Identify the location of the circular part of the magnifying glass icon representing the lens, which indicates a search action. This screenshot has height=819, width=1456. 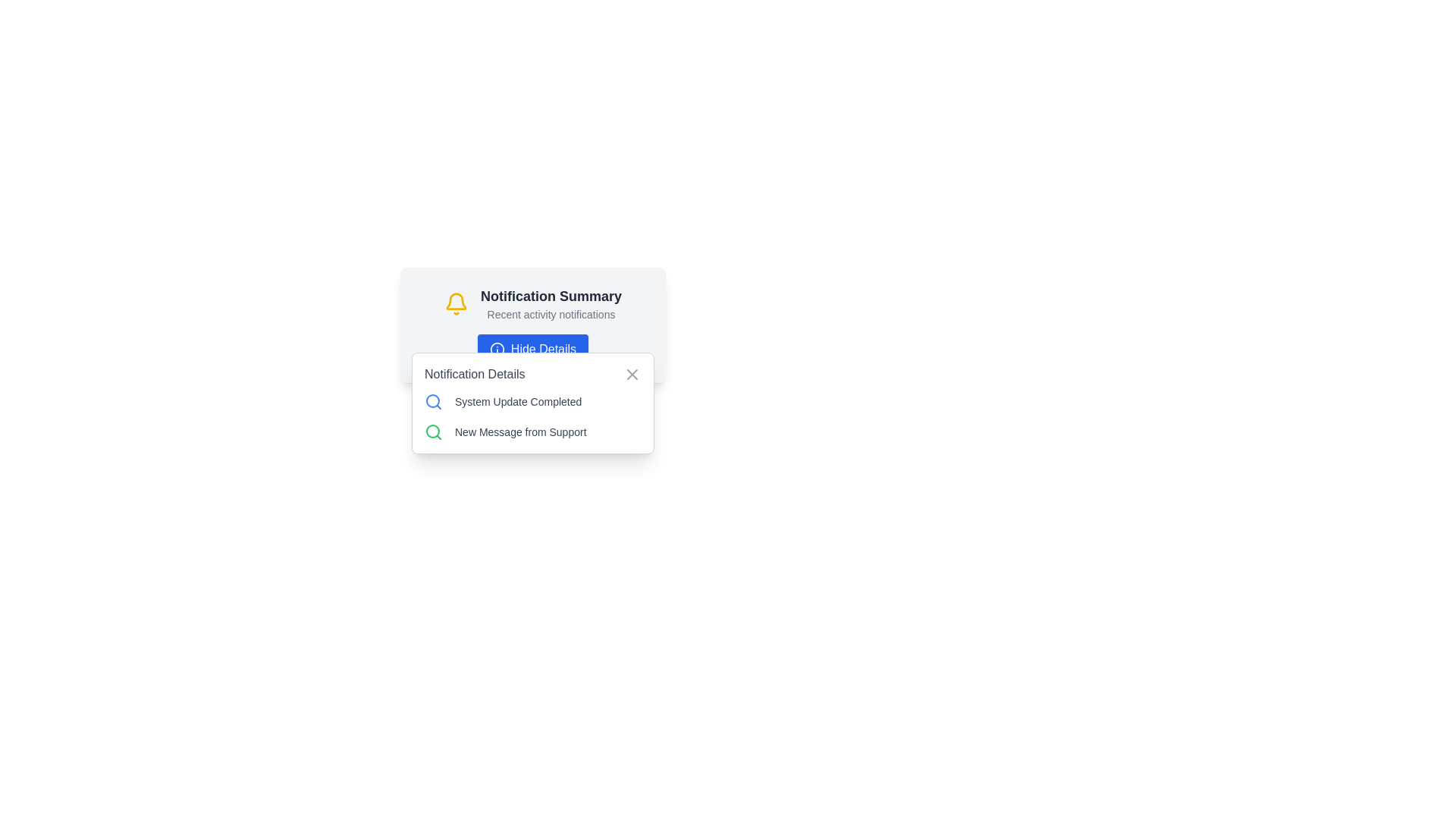
(432, 400).